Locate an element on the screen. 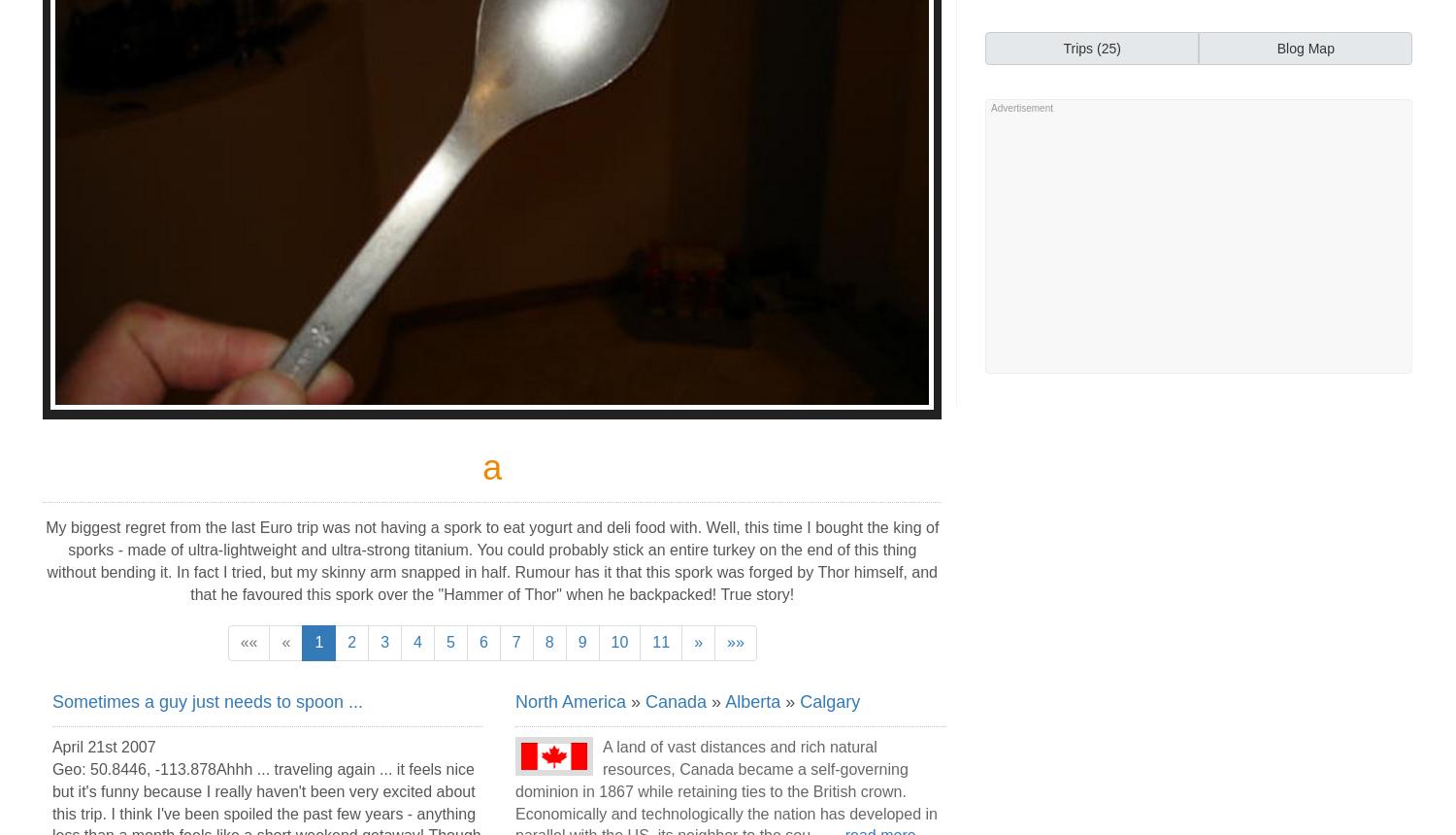 The image size is (1456, 835). 'My biggest regret from the last Euro trip was not having a spork to eat yogurt and deli food with.  Well, this time I bought the king of sporks - made of ultra-lightweight and ultra-strong titanium.  You could probably stick an entire turkey on the end of this thing without bending it.  In fact I tried, but my skinny arm snapped in half.

Rumour has it that this spork was forged by Thor himself, and that he favoured this spork over the "Hammer of Thor" when he backpacked!  True story!' is located at coordinates (492, 560).